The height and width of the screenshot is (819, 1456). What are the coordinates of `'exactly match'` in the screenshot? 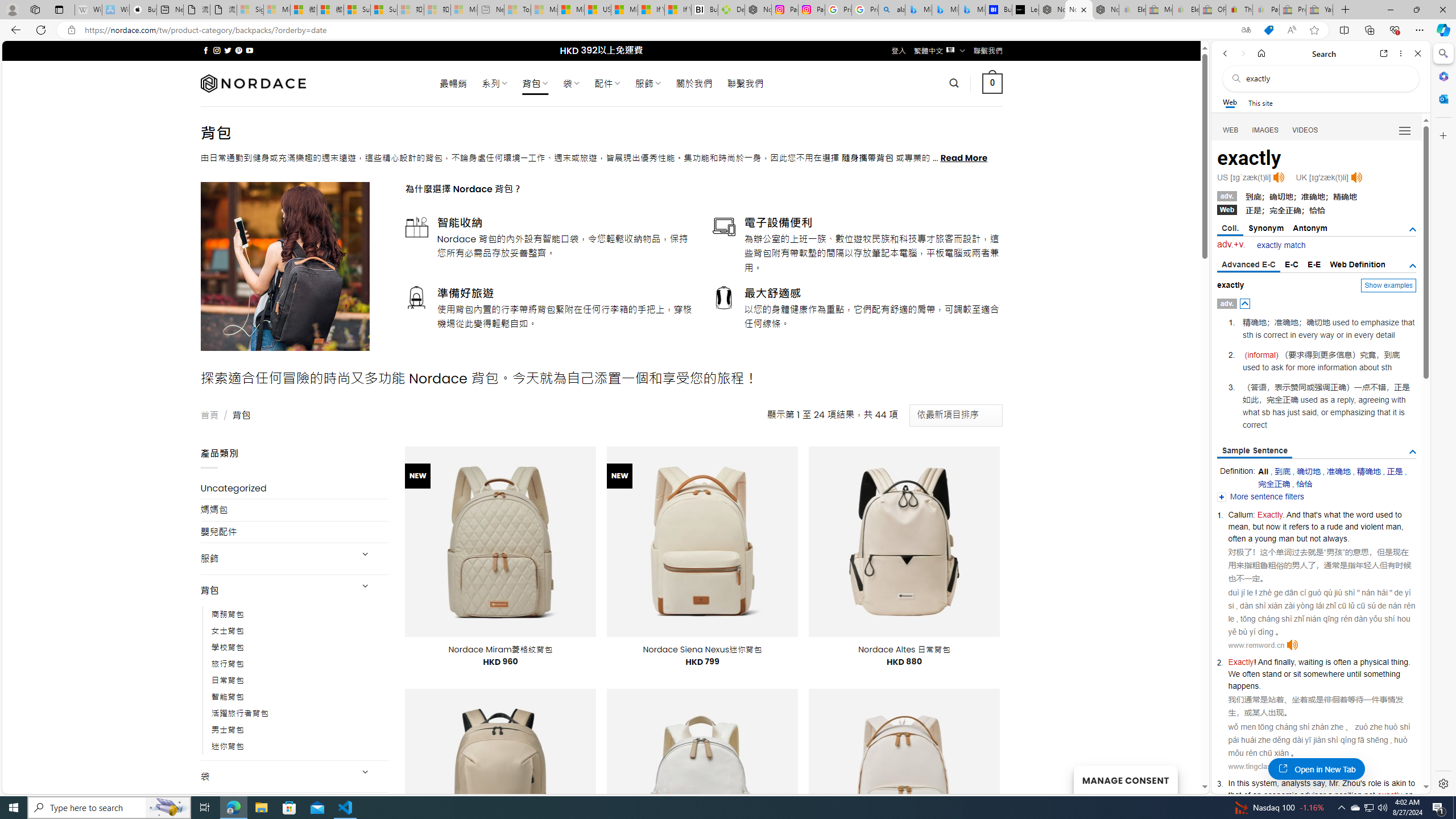 It's located at (1280, 245).